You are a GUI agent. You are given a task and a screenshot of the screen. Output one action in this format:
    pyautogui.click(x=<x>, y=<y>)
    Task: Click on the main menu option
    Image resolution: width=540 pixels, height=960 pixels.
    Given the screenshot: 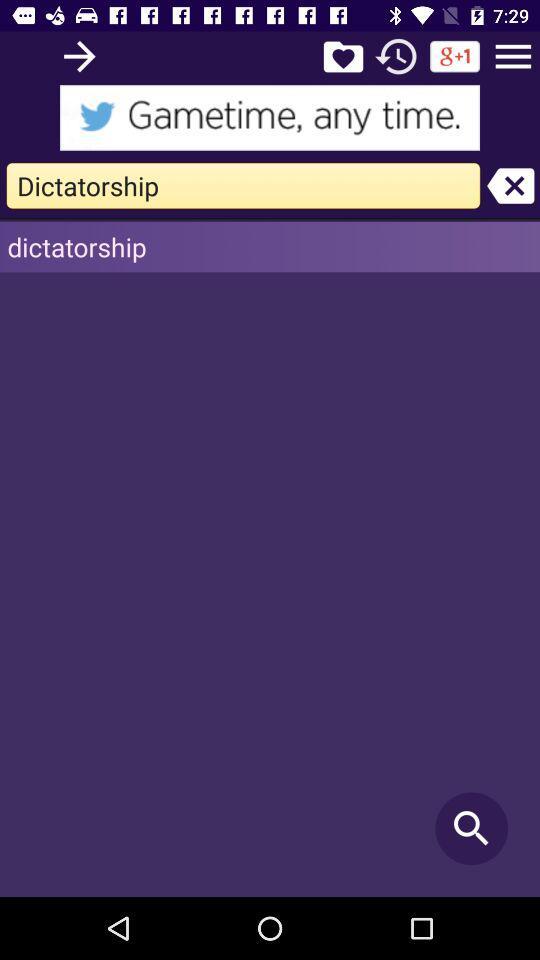 What is the action you would take?
    pyautogui.click(x=513, y=55)
    